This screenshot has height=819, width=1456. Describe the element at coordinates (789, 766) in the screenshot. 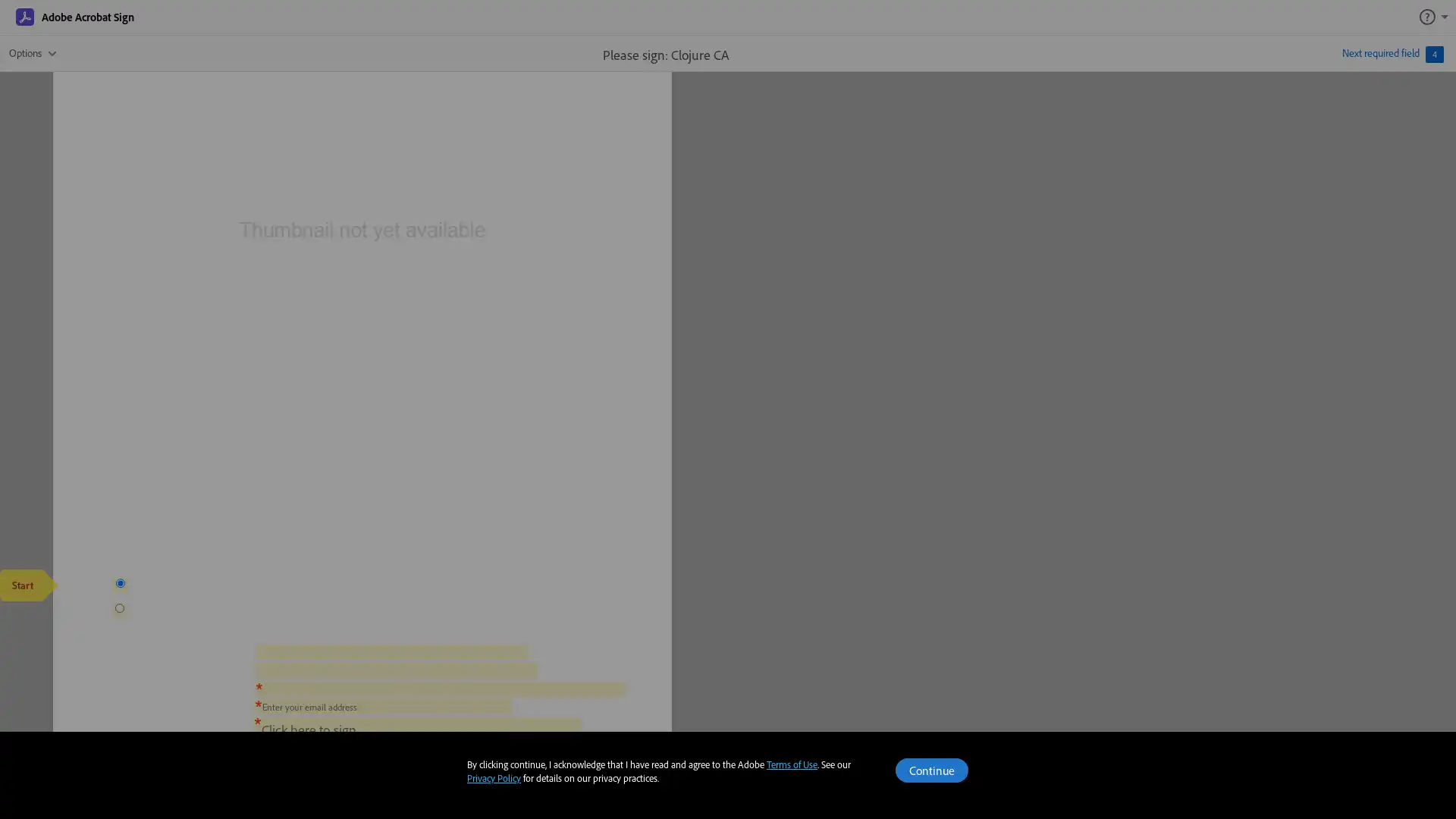

I see `Zoom in` at that location.